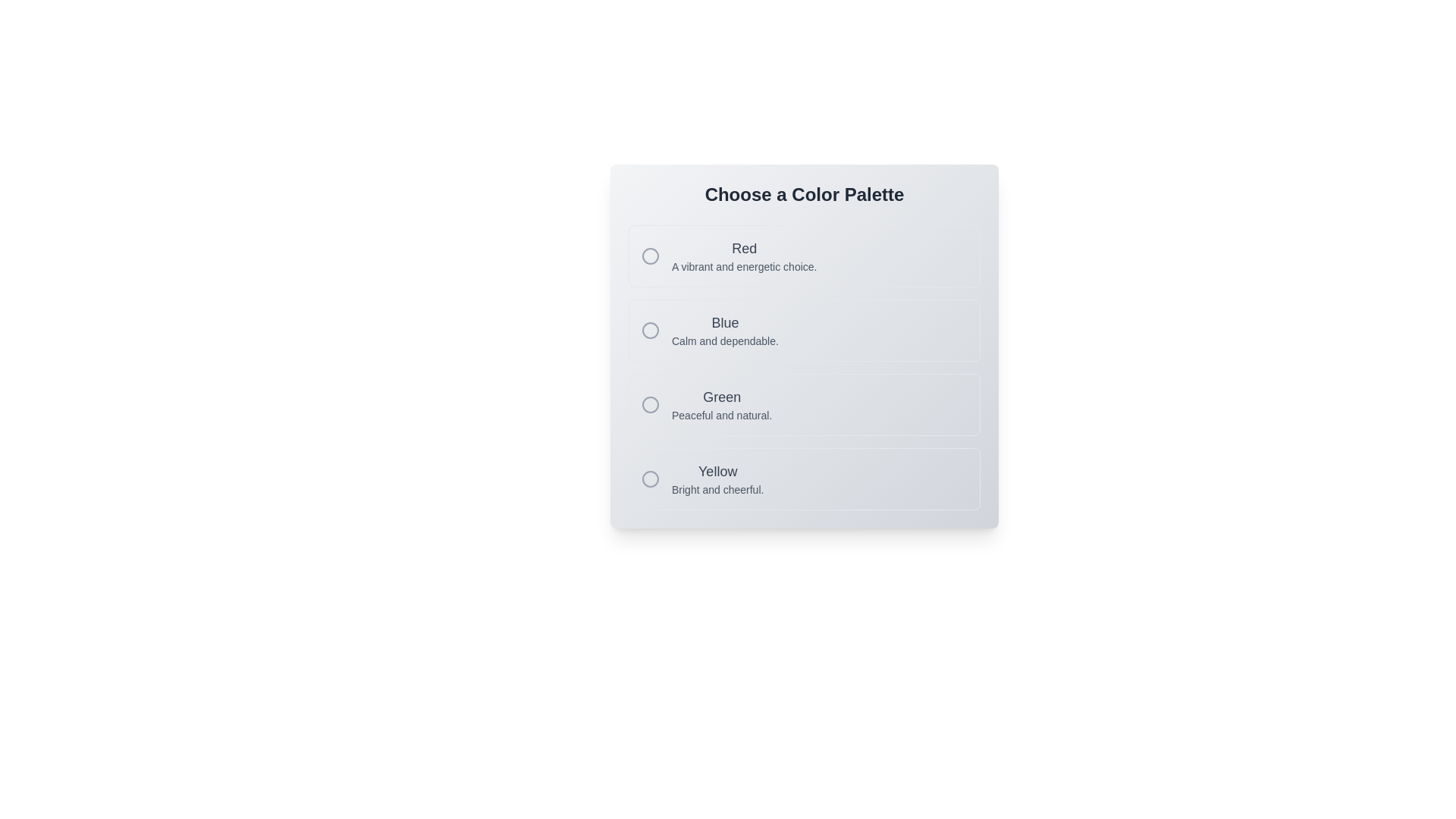 This screenshot has width=1456, height=819. What do you see at coordinates (744, 247) in the screenshot?
I see `the text label indicating the first color option ('Red') in the list of color selections` at bounding box center [744, 247].